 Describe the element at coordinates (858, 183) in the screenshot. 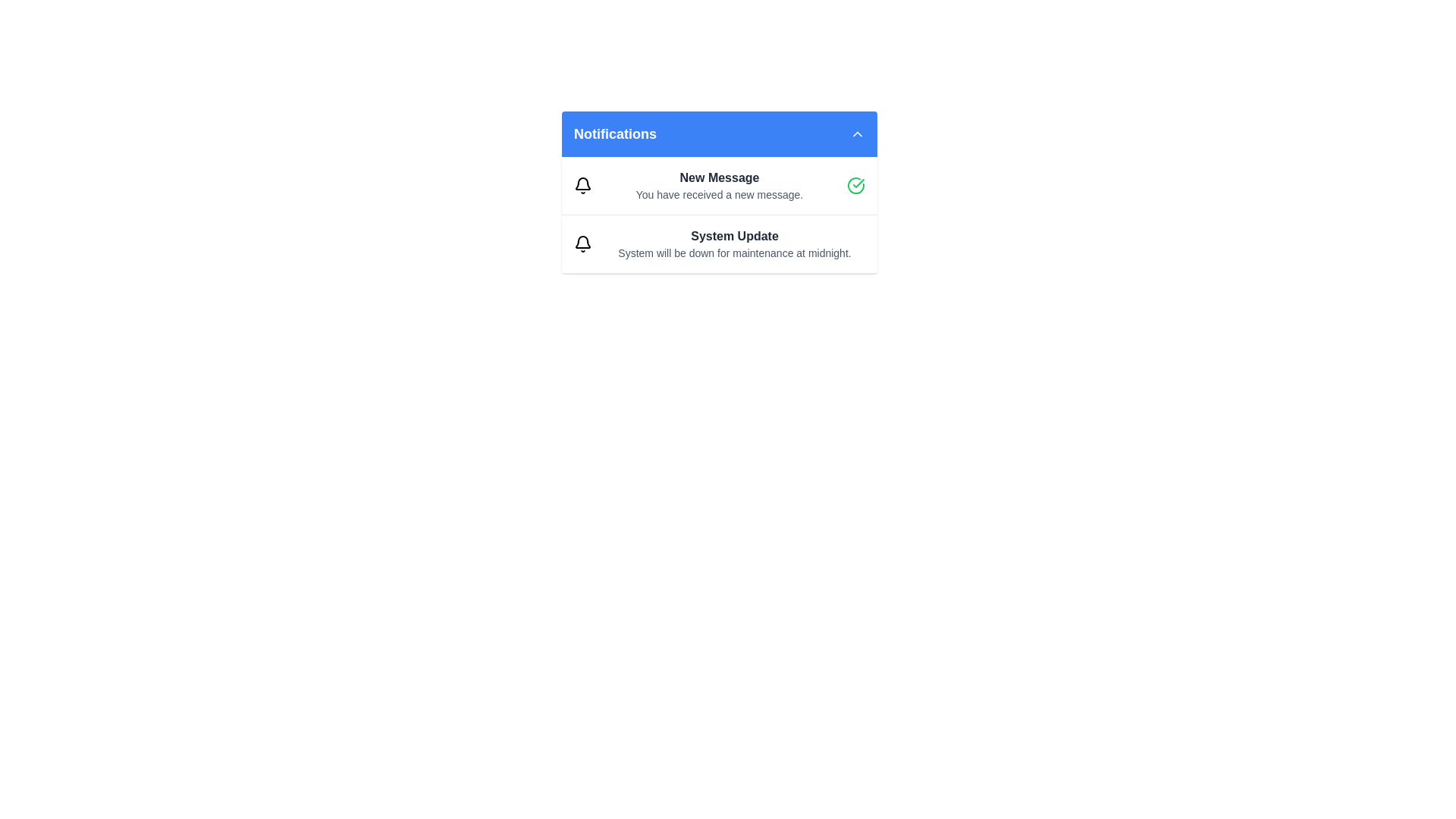

I see `the checkmark icon indicating a successful status for the 'New Message' notification located at the far-right side of the notification row` at that location.